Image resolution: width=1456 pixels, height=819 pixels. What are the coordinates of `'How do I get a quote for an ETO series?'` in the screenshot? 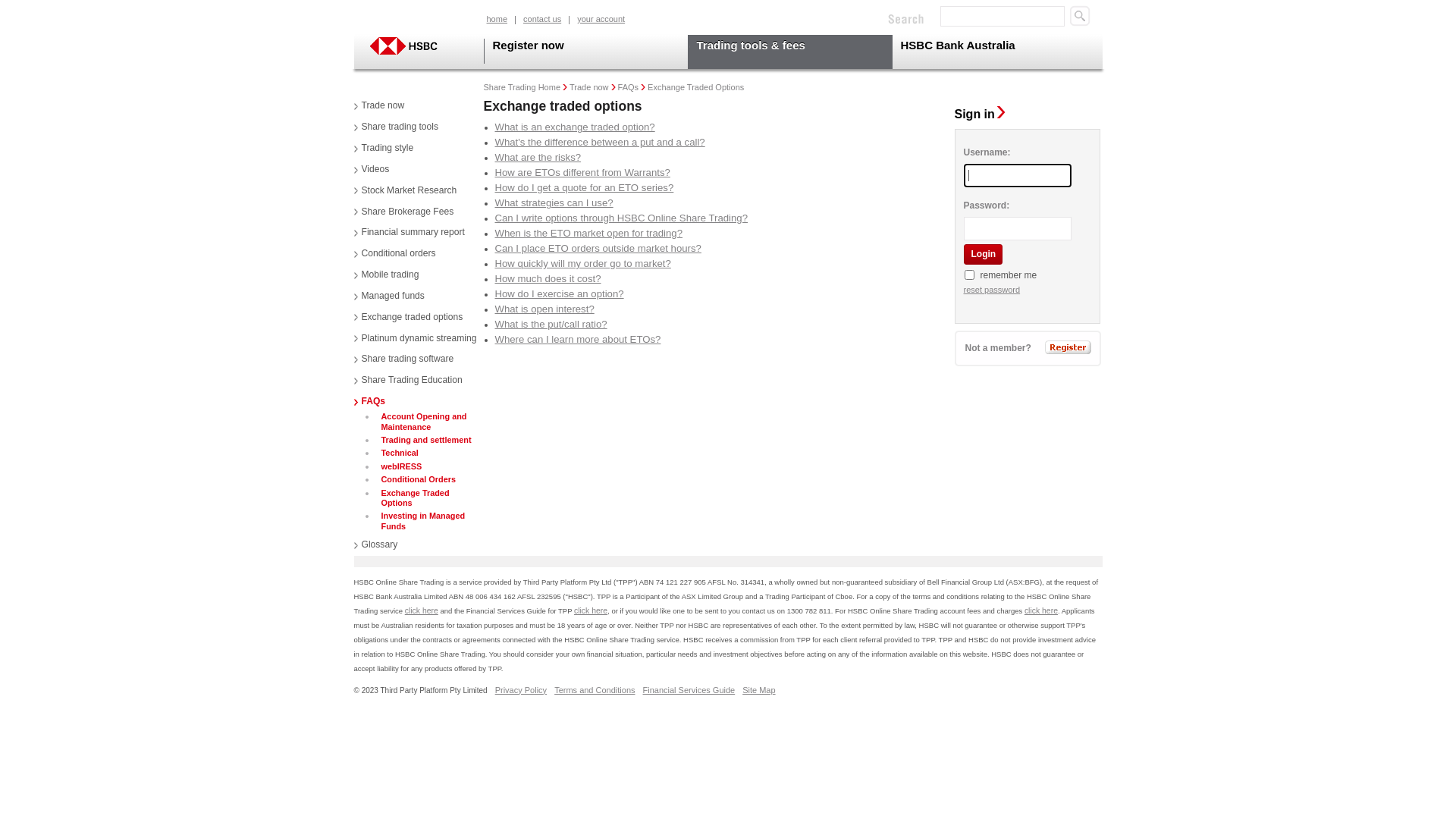 It's located at (582, 187).